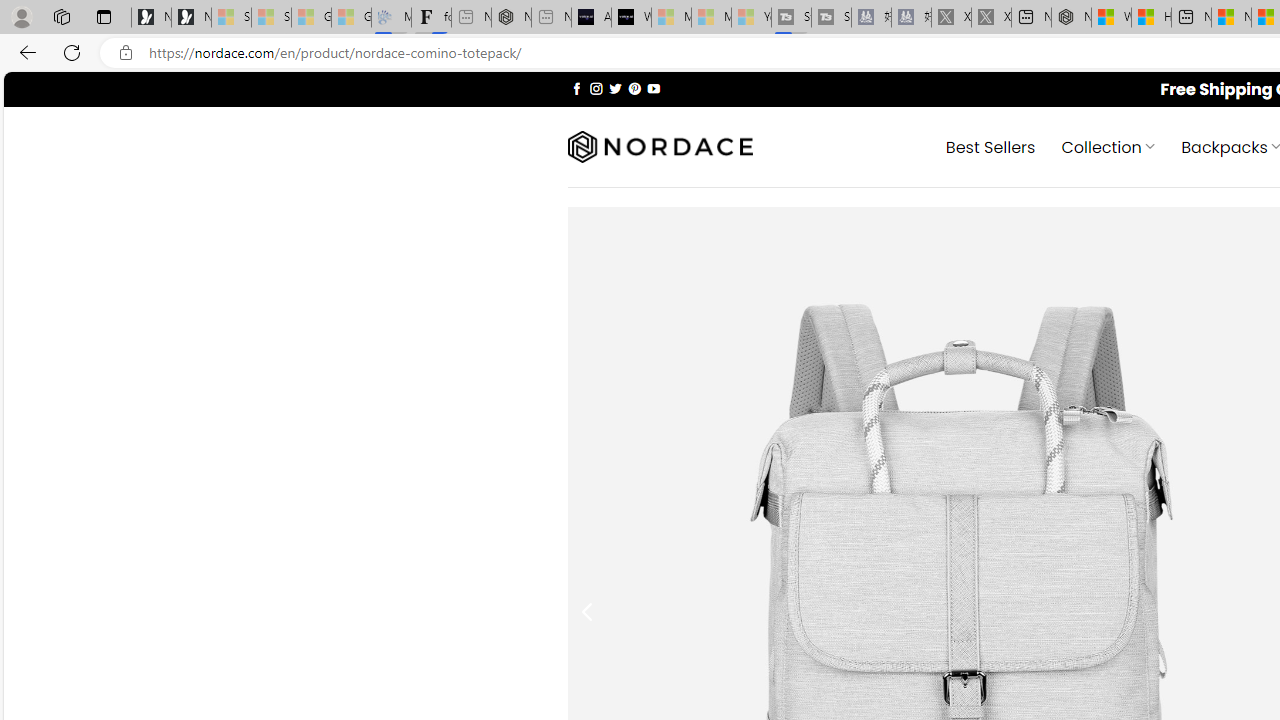 This screenshot has height=720, width=1280. What do you see at coordinates (711, 17) in the screenshot?
I see `'Microsoft Start - Sleeping'` at bounding box center [711, 17].